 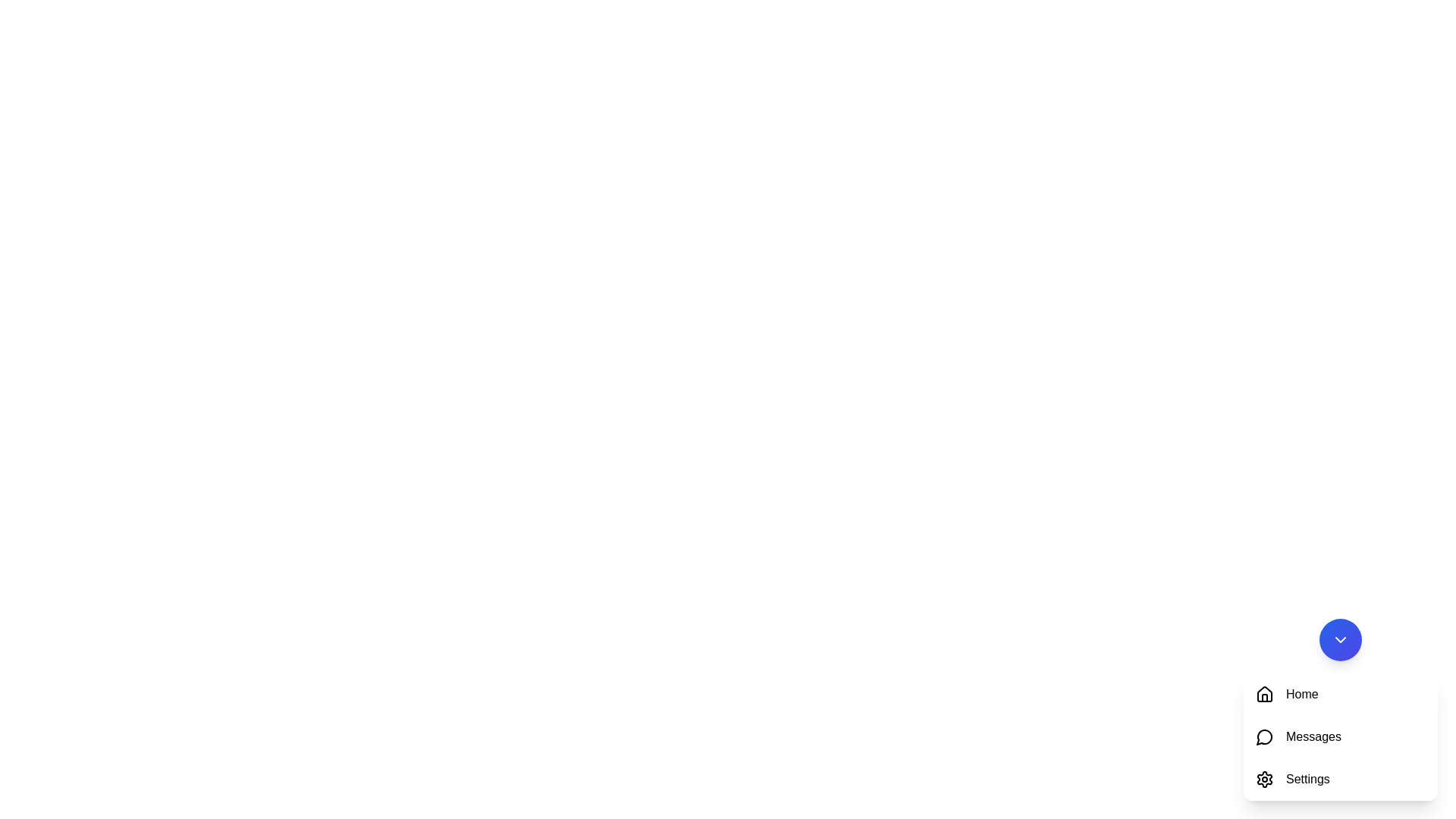 What do you see at coordinates (1301, 694) in the screenshot?
I see `the descriptive label for the 'Home' button, which is located in the vertical menu list right after the house icon` at bounding box center [1301, 694].